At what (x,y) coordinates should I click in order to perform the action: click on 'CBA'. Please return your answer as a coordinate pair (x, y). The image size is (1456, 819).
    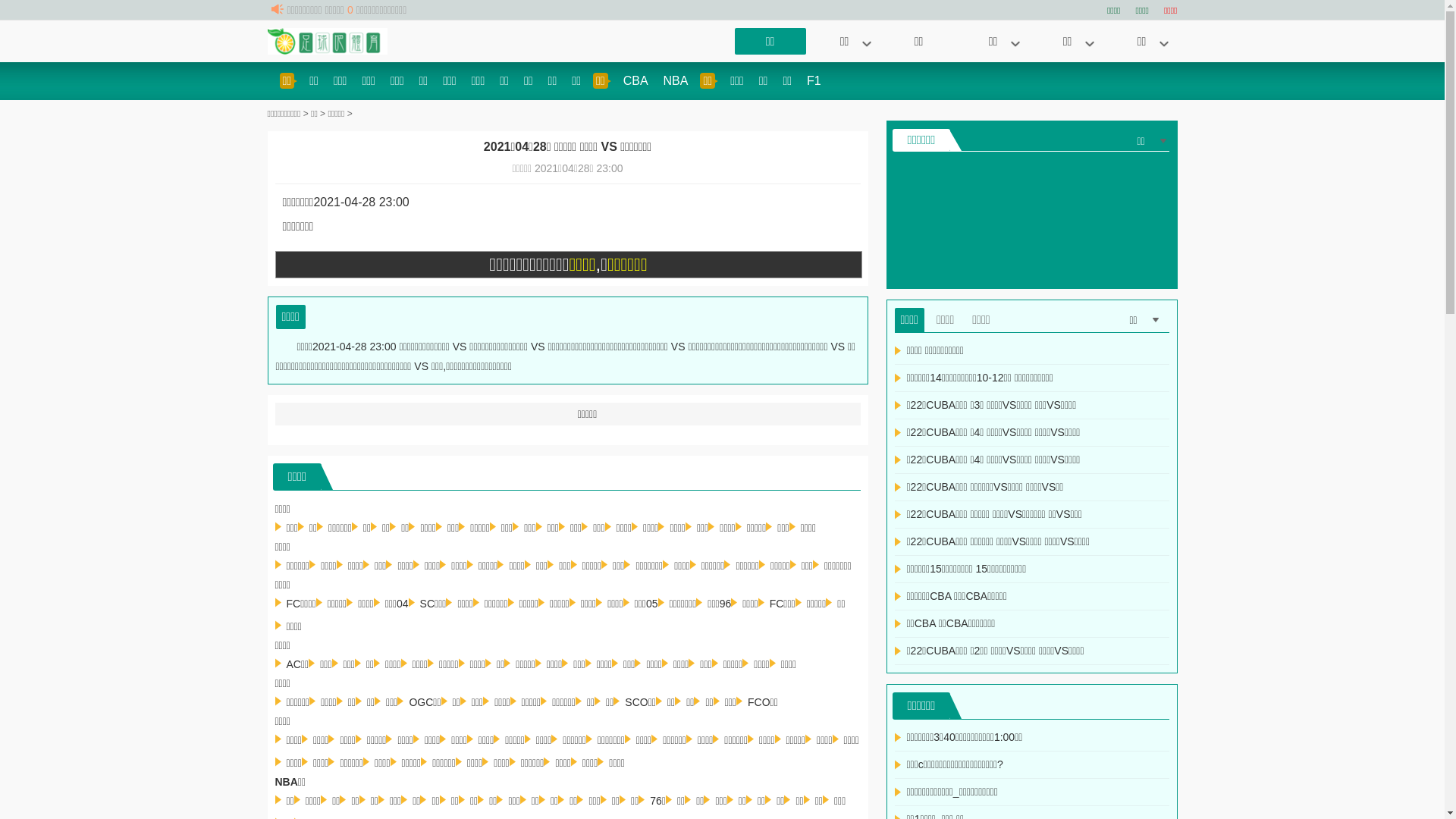
    Looking at the image, I should click on (635, 80).